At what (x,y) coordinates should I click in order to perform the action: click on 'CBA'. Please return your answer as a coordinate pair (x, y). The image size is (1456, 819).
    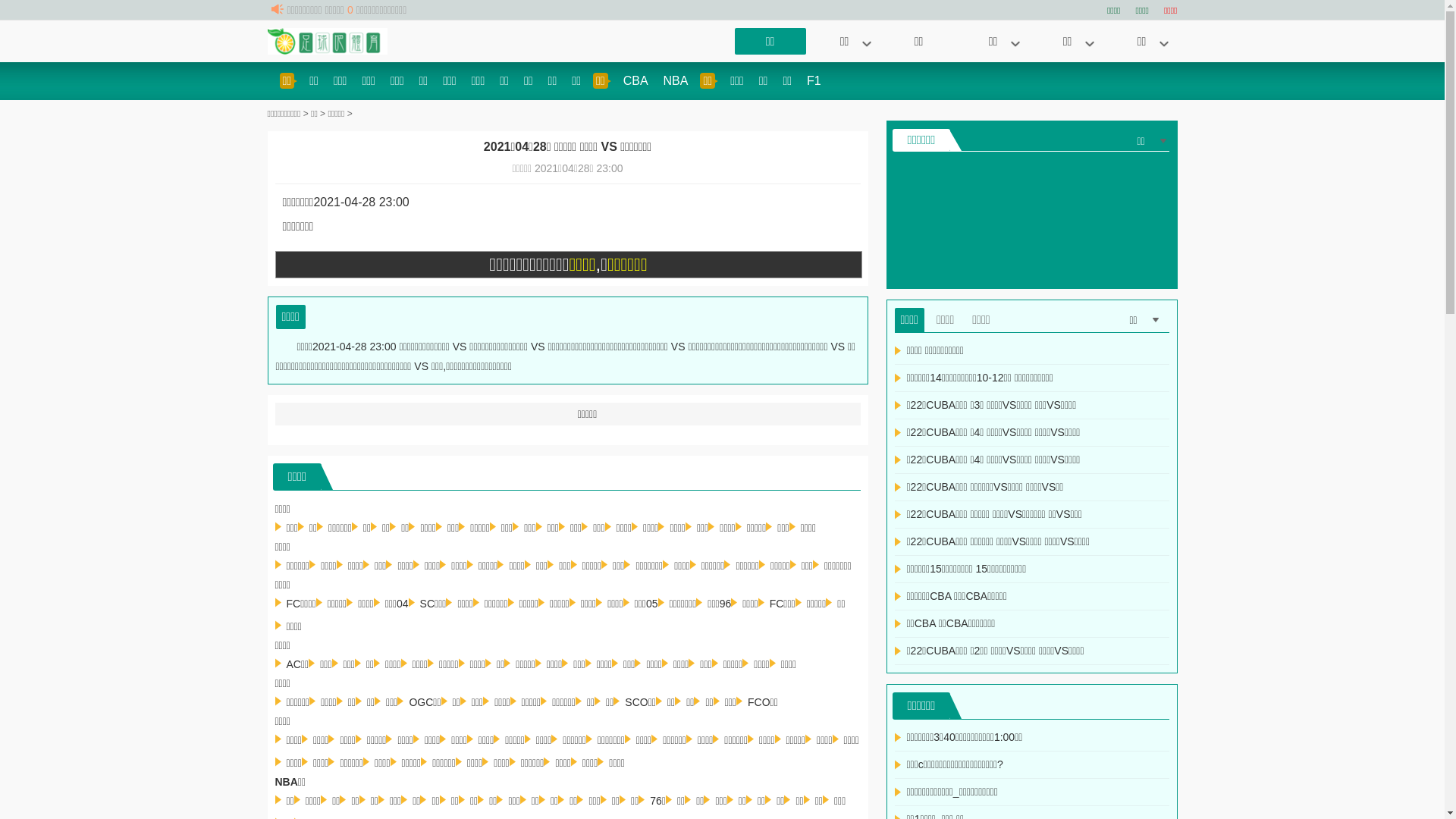
    Looking at the image, I should click on (635, 80).